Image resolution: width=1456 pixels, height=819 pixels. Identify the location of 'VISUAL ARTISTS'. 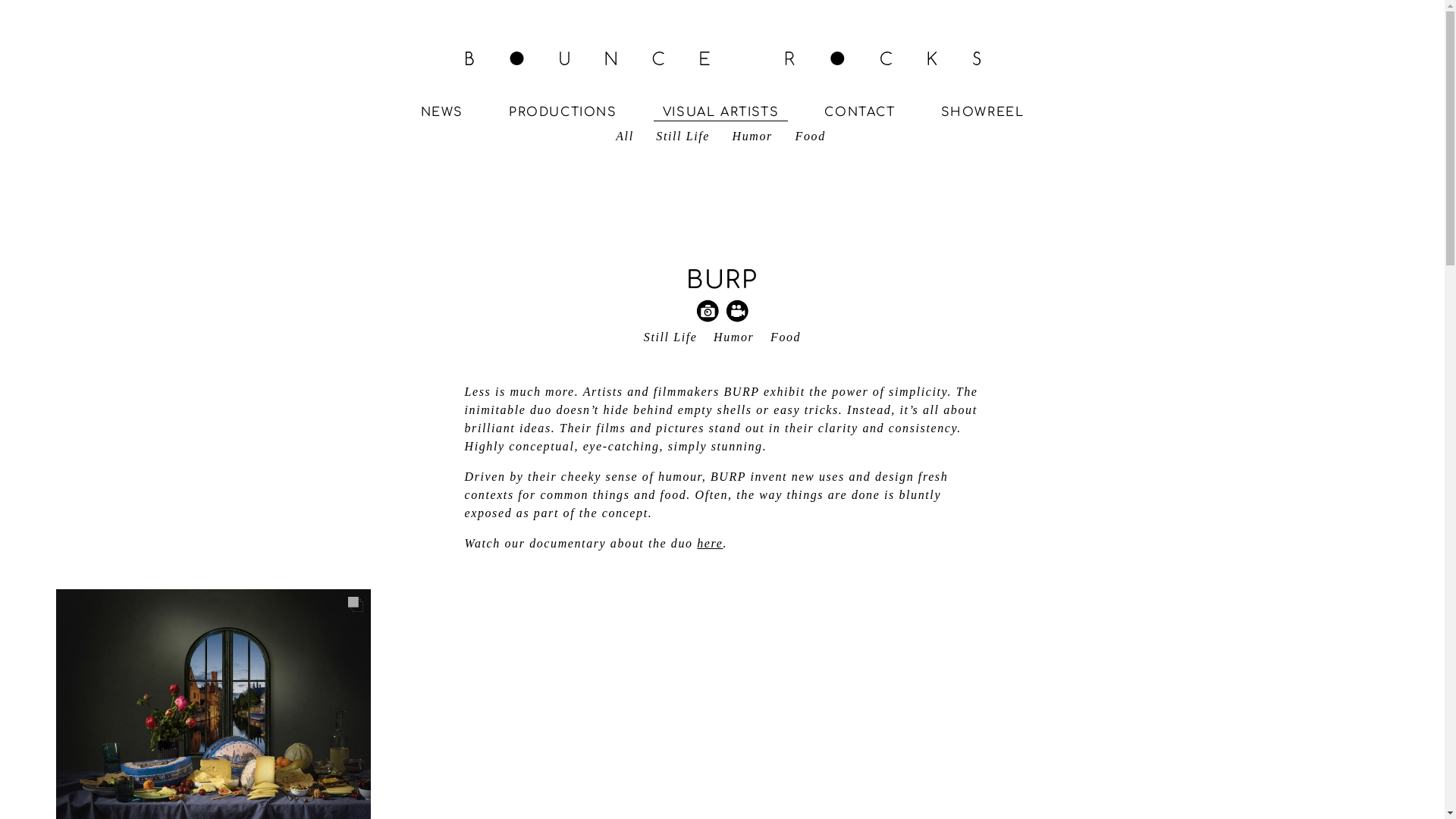
(654, 111).